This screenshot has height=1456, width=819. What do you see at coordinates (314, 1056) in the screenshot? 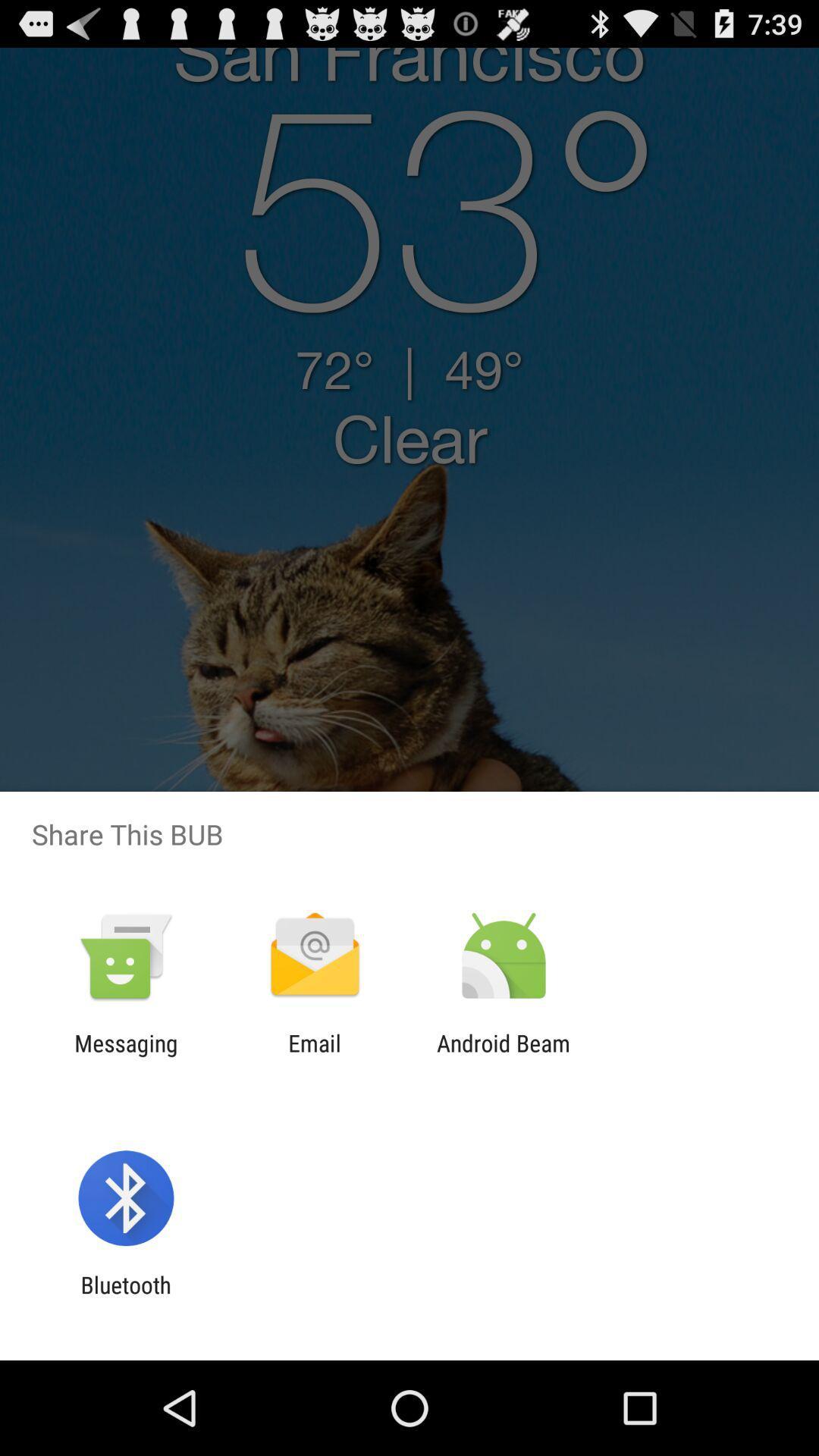
I see `the item next to messaging app` at bounding box center [314, 1056].